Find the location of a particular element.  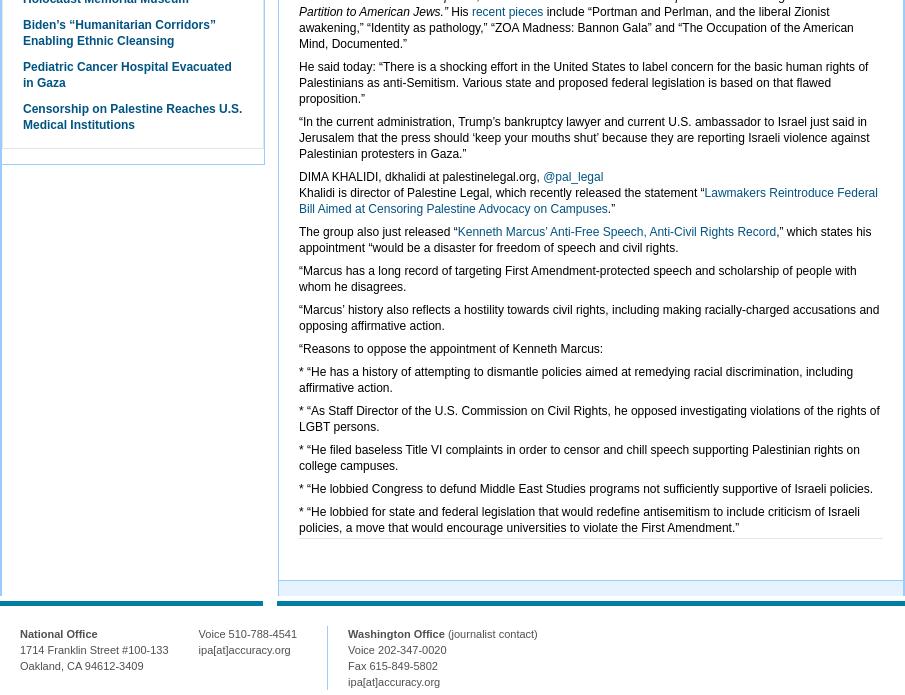

'Kenneth Marcus’ Anti-Free Speech, Anti-Civil Rights Record' is located at coordinates (615, 230).